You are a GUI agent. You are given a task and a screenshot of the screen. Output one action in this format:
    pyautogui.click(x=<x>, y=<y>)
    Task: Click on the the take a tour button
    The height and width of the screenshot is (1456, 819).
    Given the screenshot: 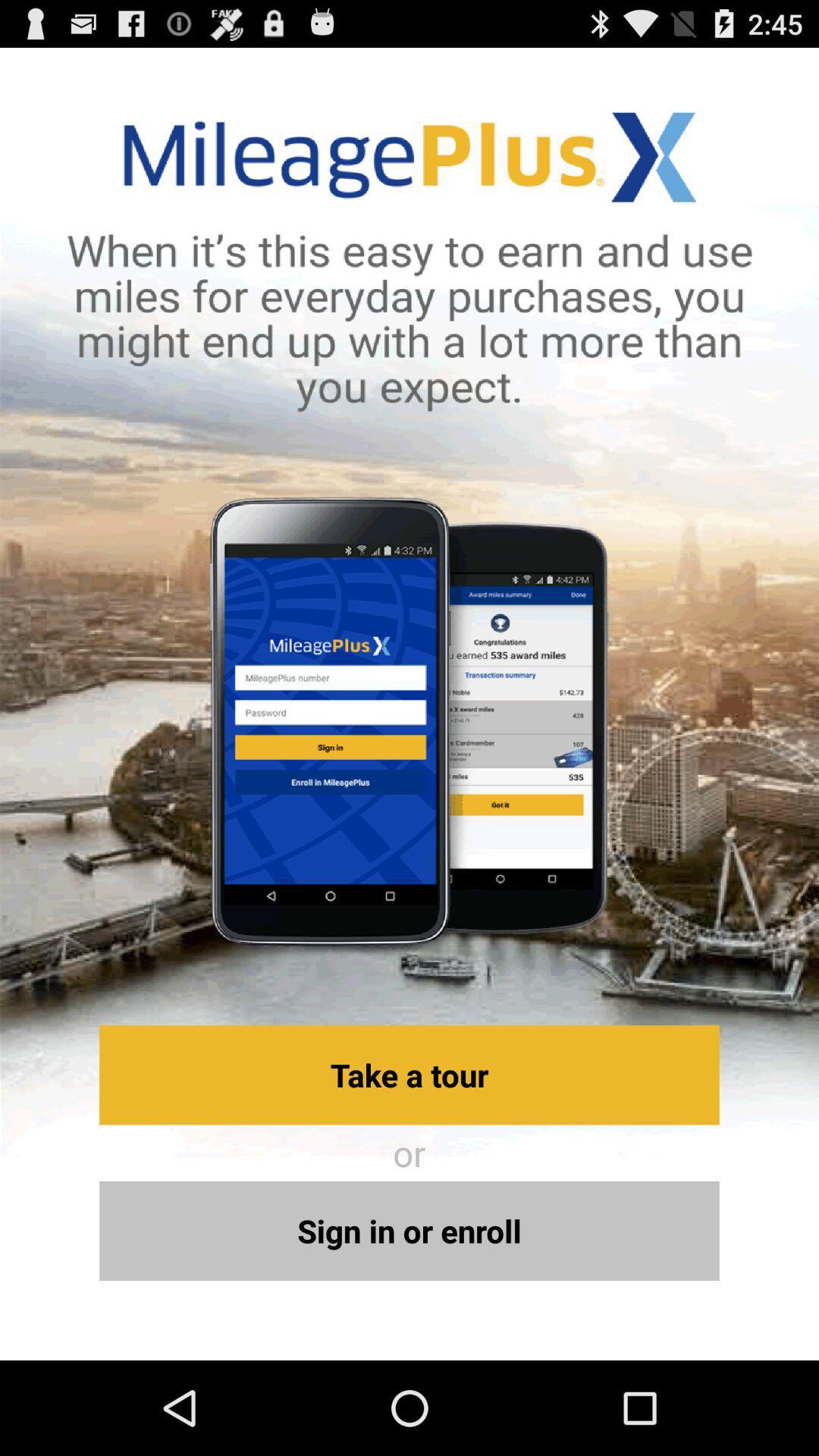 What is the action you would take?
    pyautogui.click(x=409, y=1074)
    